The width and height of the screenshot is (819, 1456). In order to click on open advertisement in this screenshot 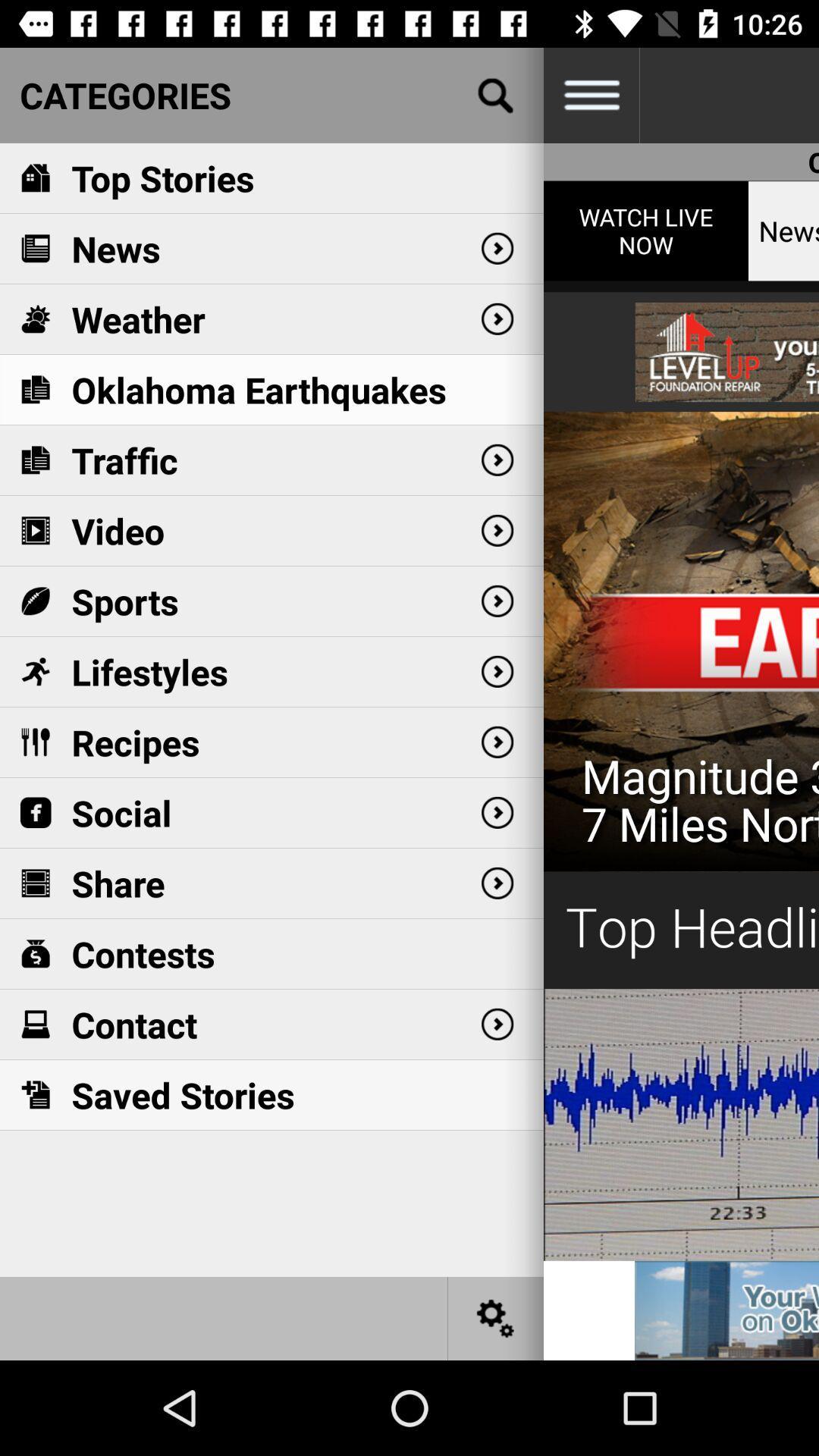, I will do `click(726, 1310)`.